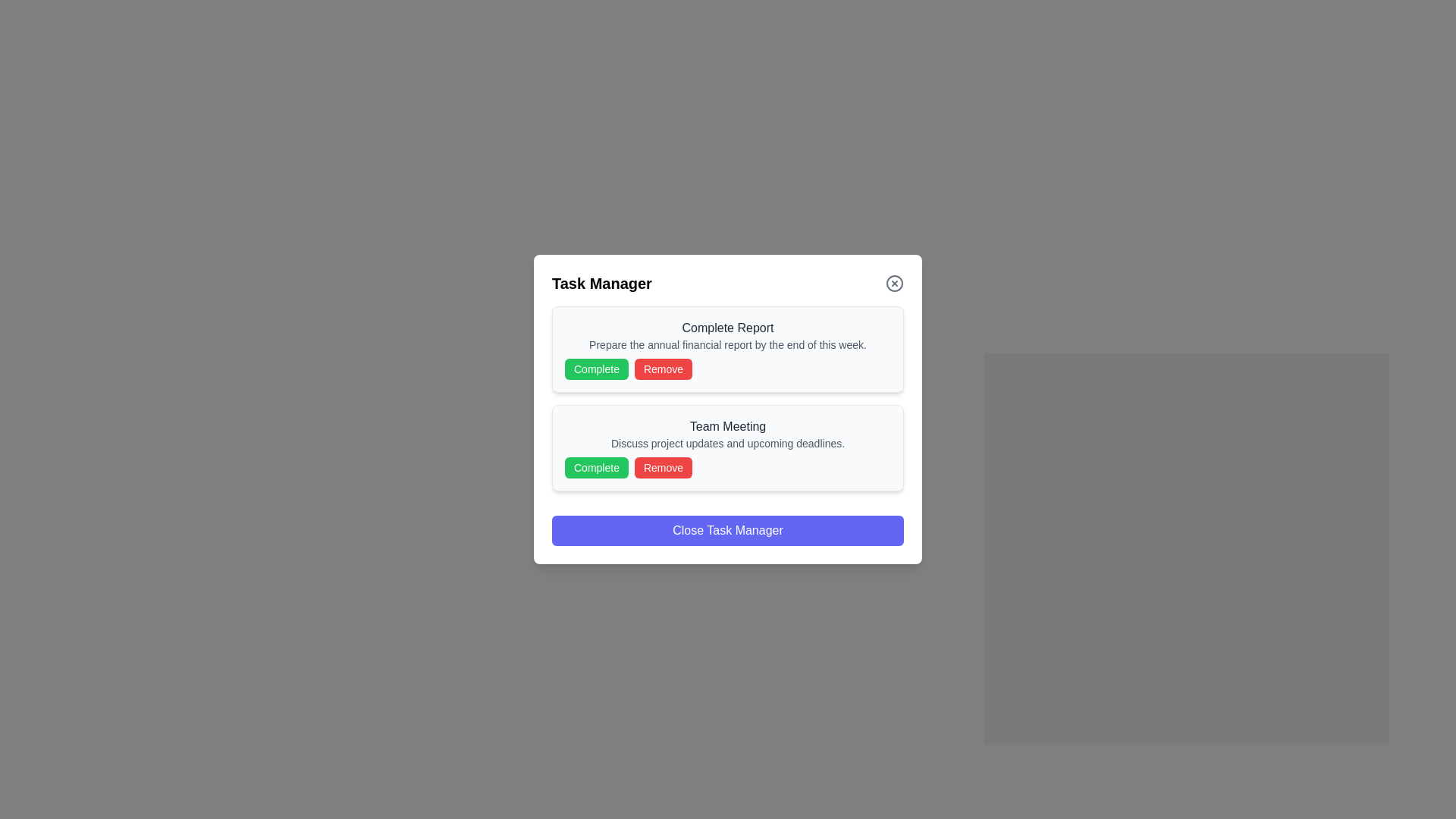  Describe the element at coordinates (895, 284) in the screenshot. I see `the close button located in the top-right corner of the 'Task Manager' modal` at that location.